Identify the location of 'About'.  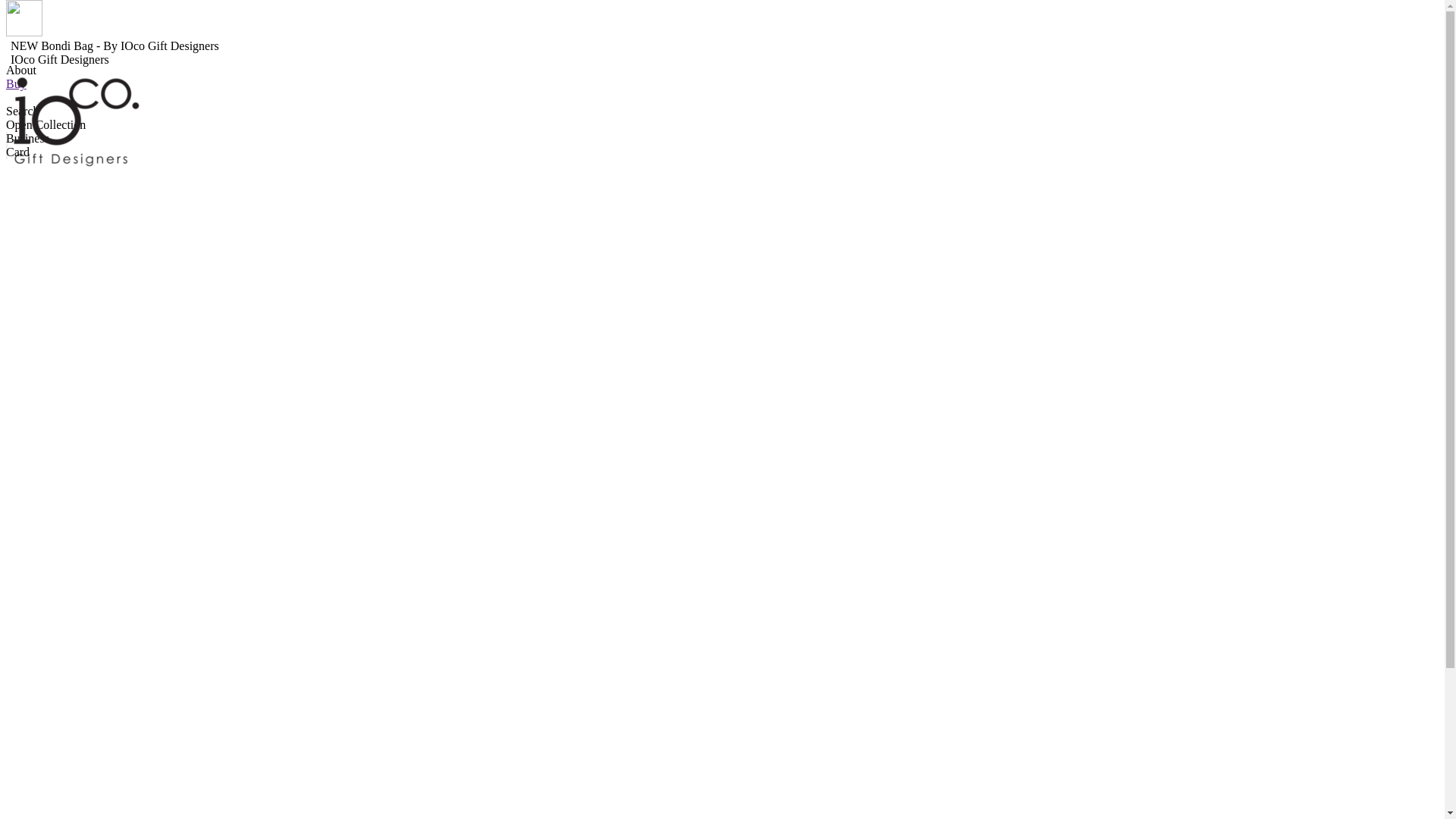
(21, 70).